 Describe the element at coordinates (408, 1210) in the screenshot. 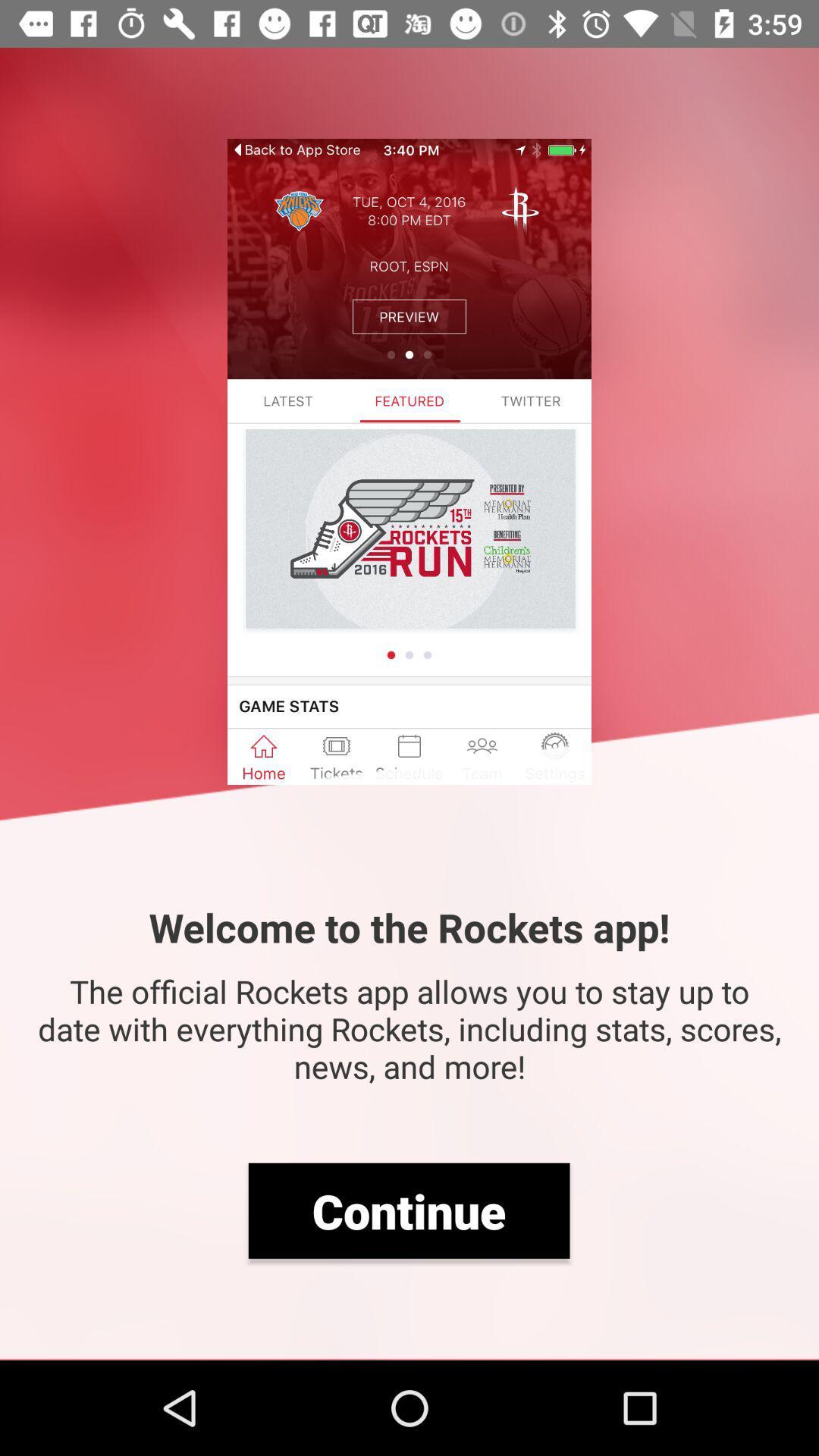

I see `item below the official rockets item` at that location.